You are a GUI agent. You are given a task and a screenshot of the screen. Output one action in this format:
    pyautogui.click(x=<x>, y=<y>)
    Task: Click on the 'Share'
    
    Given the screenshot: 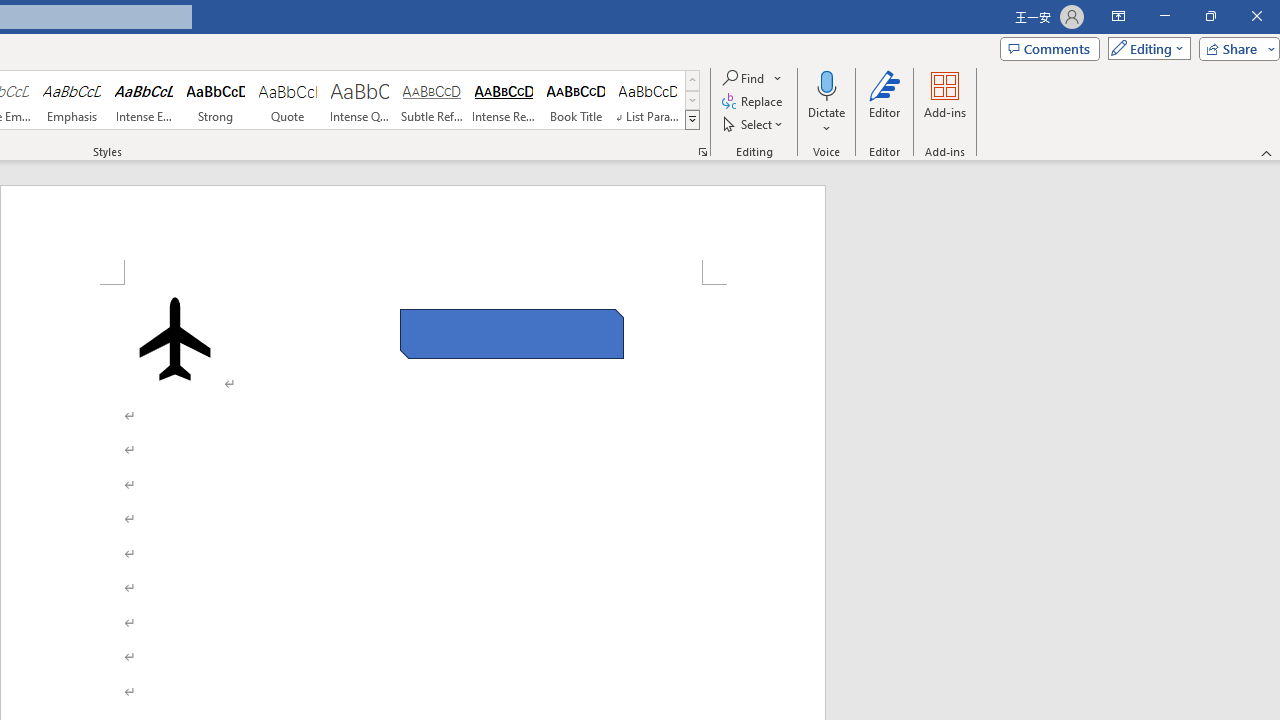 What is the action you would take?
    pyautogui.click(x=1234, y=47)
    